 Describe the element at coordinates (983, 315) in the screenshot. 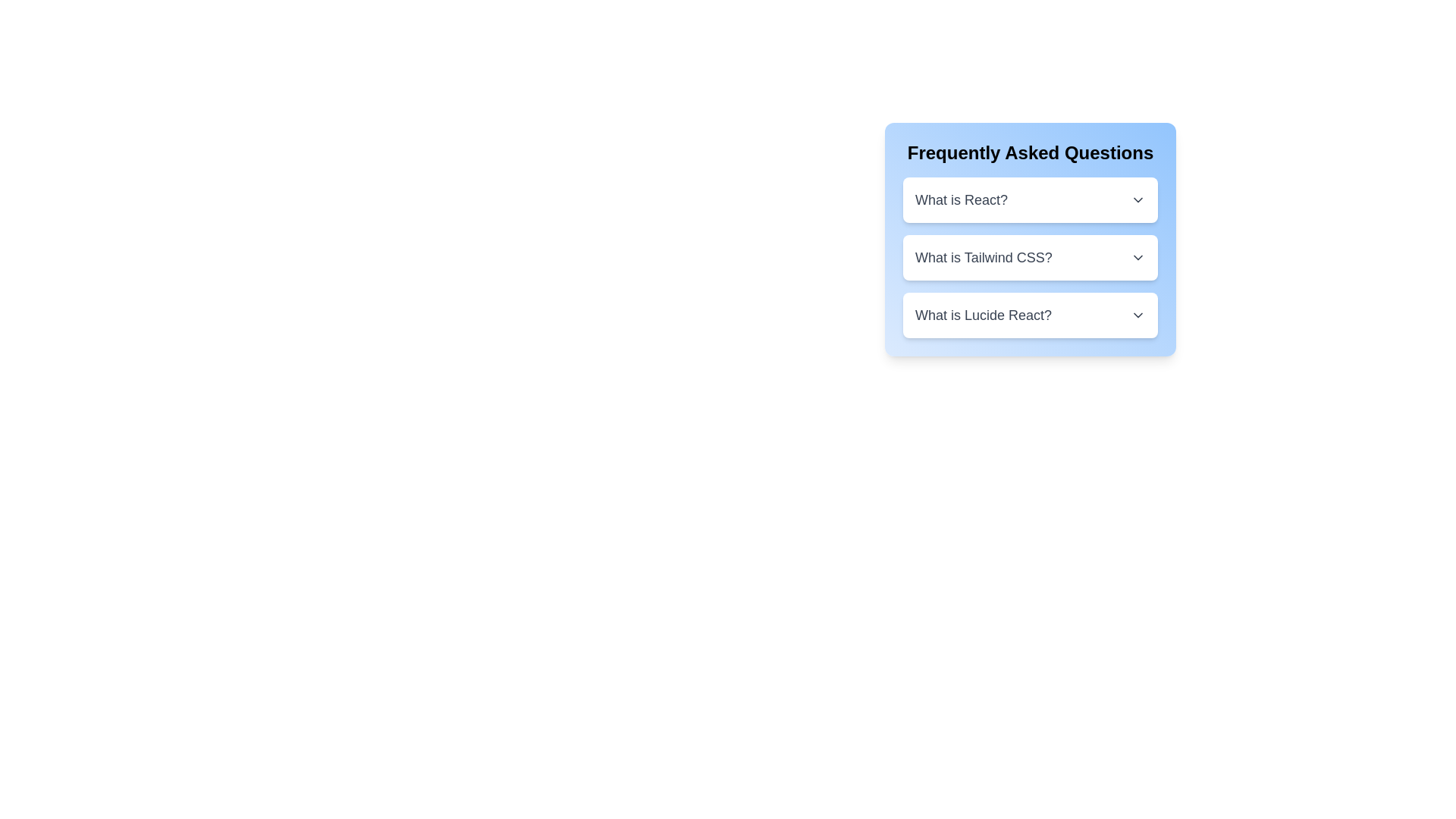

I see `text label within the third item of the FAQ section, which is located under 'What is Tailwind CSS?' and next to a chevron icon` at that location.